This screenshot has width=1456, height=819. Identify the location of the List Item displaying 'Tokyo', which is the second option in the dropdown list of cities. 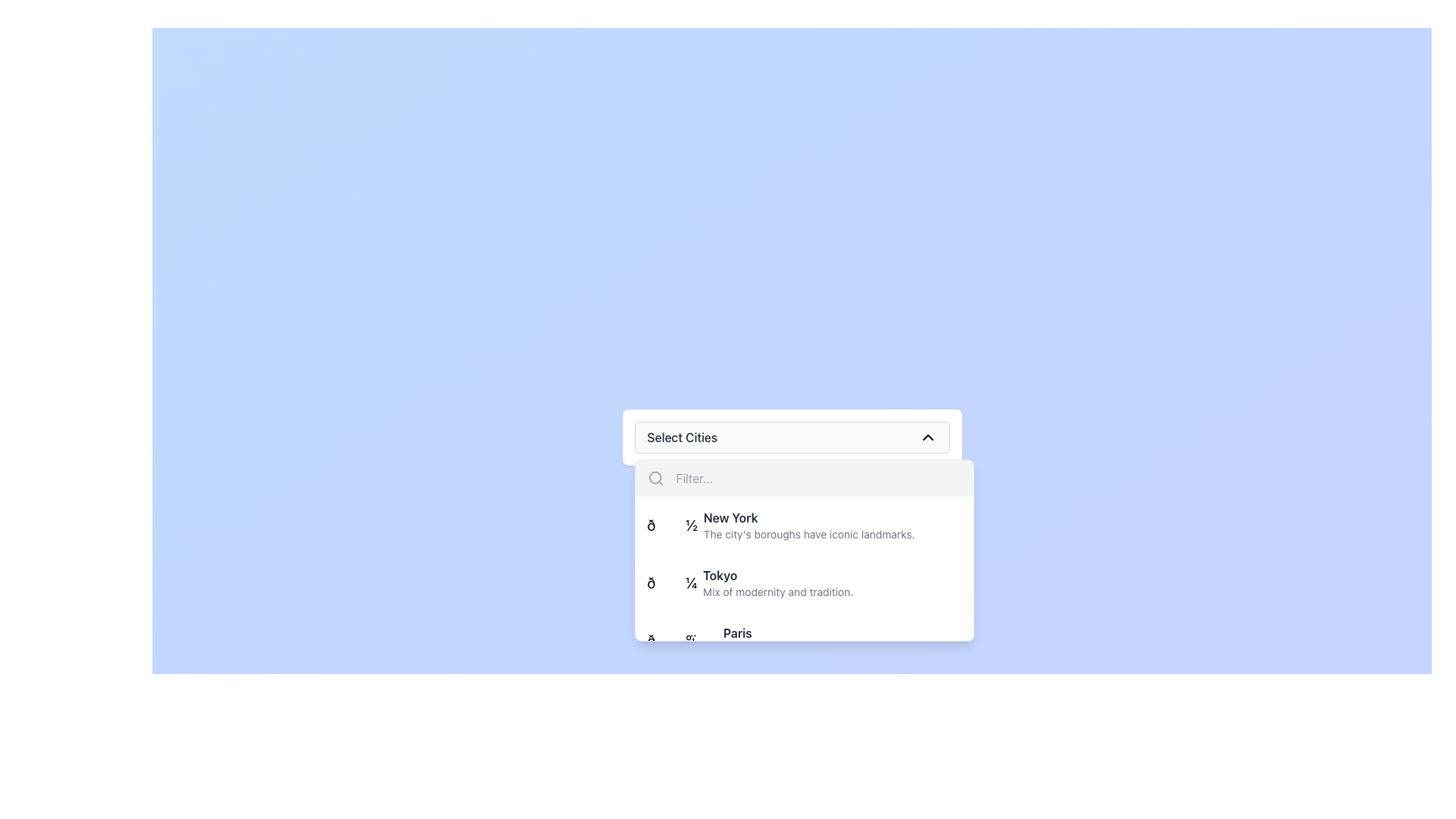
(750, 582).